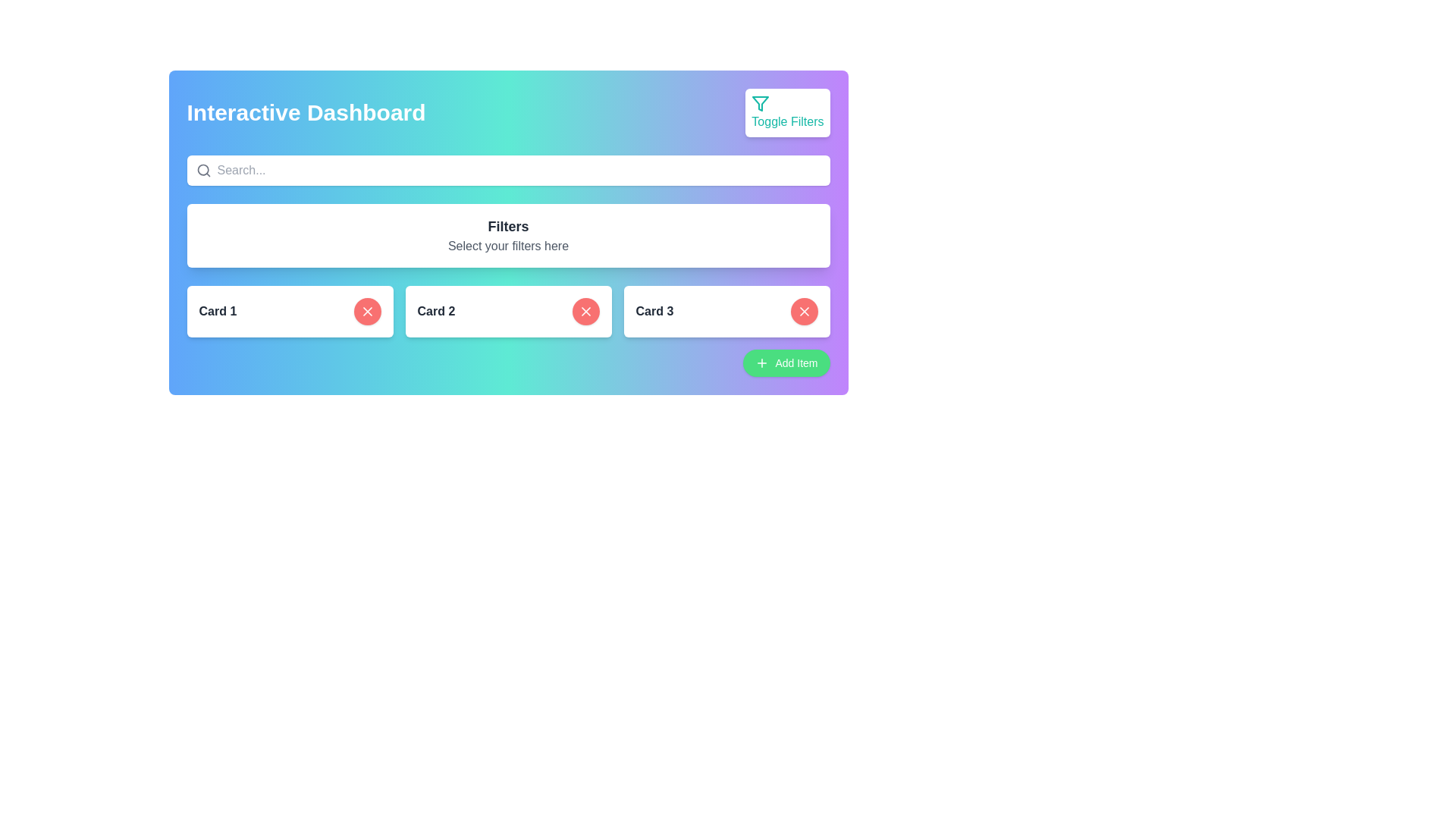  What do you see at coordinates (726, 311) in the screenshot?
I see `the third card component in the list` at bounding box center [726, 311].